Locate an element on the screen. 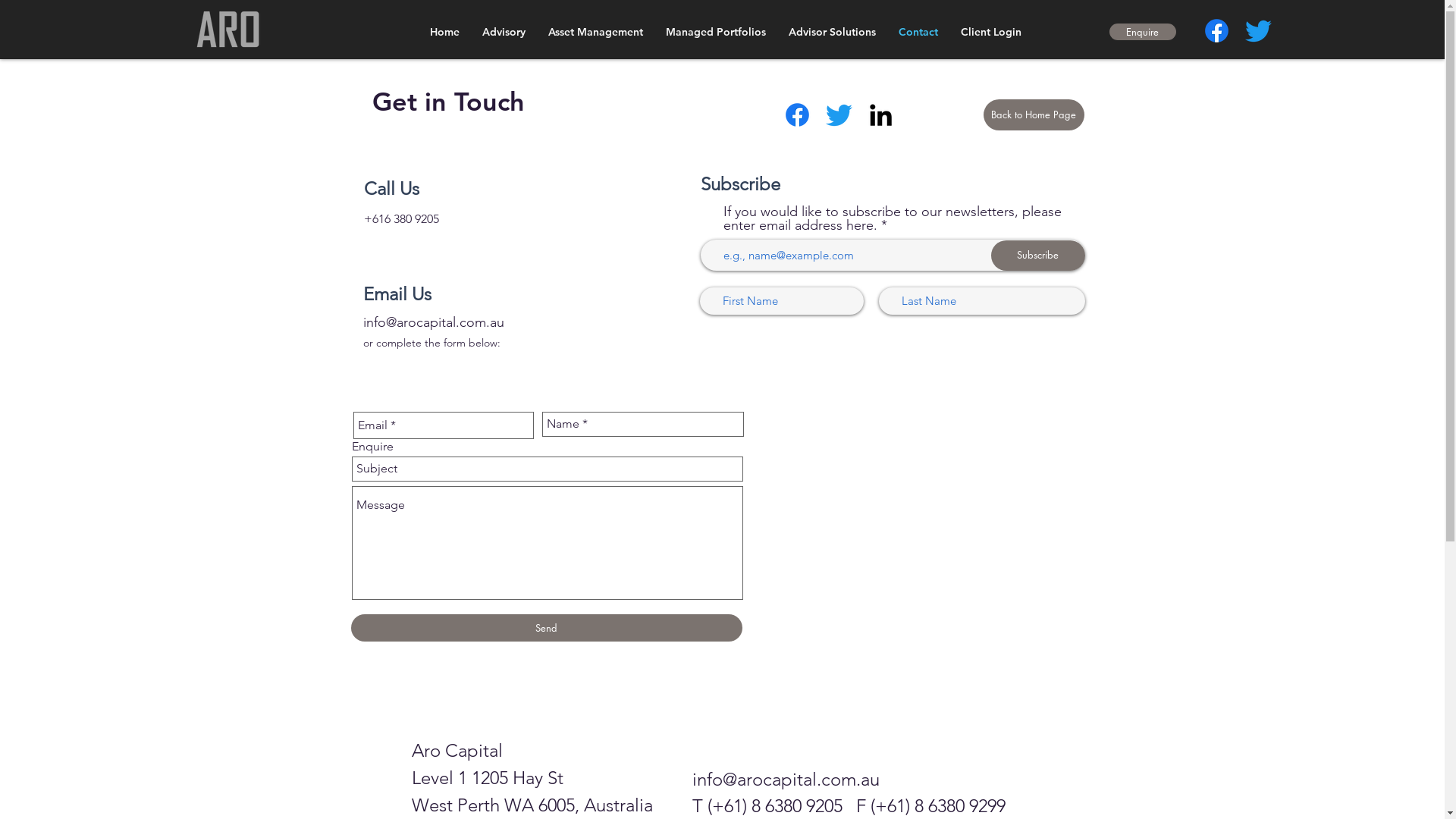 The image size is (1456, 819). 'Advisor Solutions' is located at coordinates (776, 32).